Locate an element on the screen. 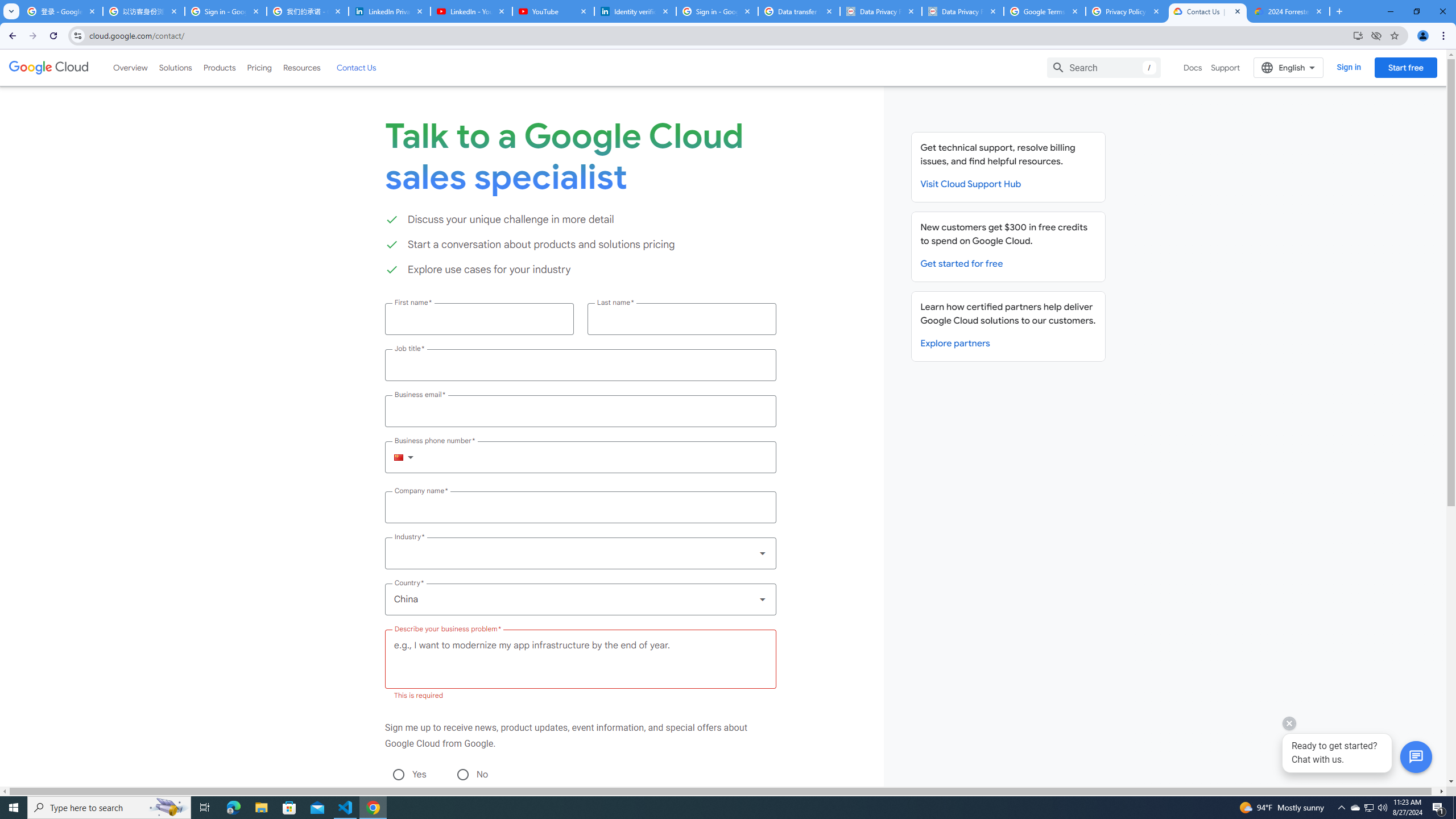  'YouTube' is located at coordinates (552, 11).